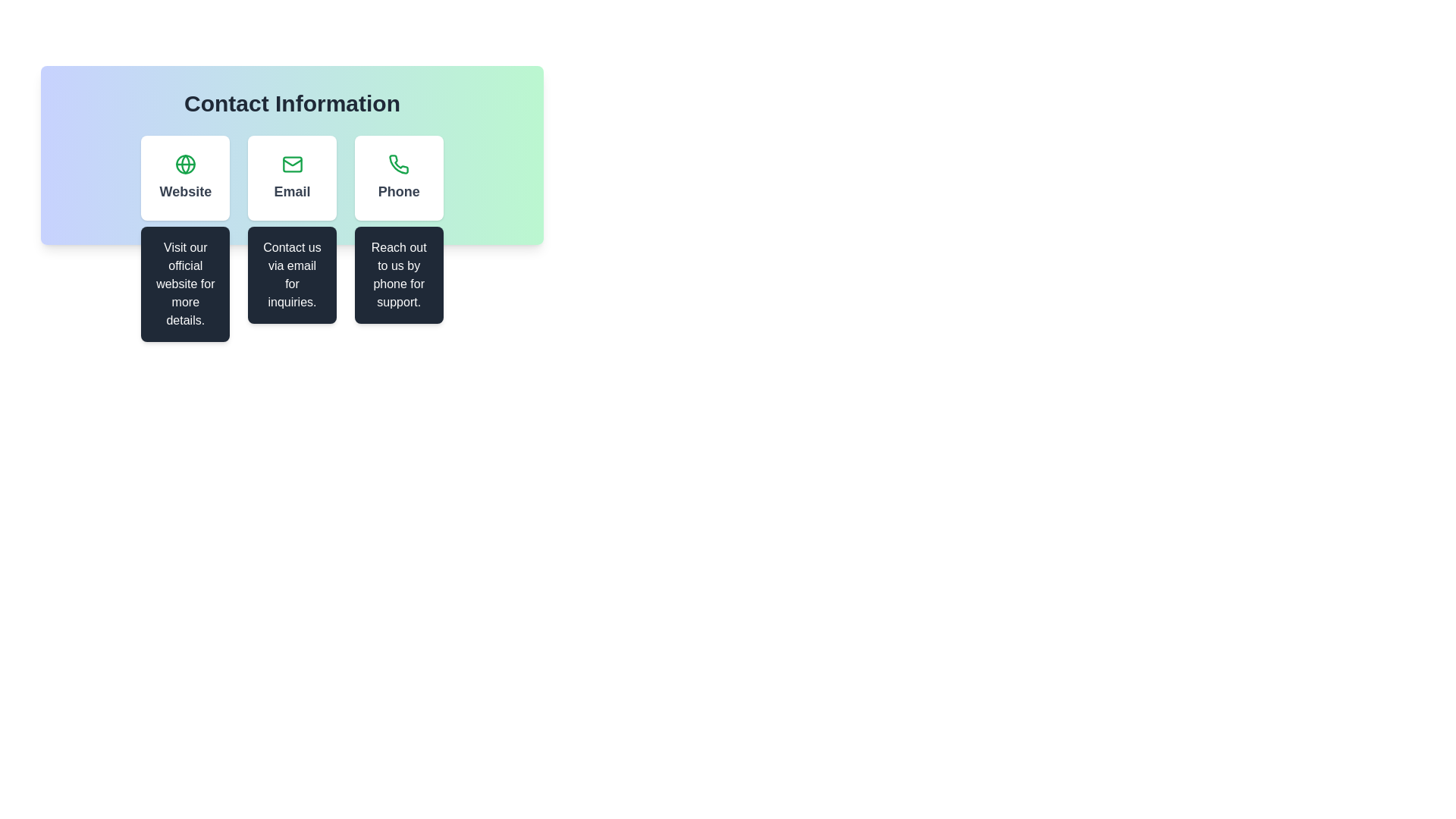 This screenshot has height=819, width=1456. I want to click on the first button in the row layout that serves as a navigation item to direct users to the official website, so click(184, 177).